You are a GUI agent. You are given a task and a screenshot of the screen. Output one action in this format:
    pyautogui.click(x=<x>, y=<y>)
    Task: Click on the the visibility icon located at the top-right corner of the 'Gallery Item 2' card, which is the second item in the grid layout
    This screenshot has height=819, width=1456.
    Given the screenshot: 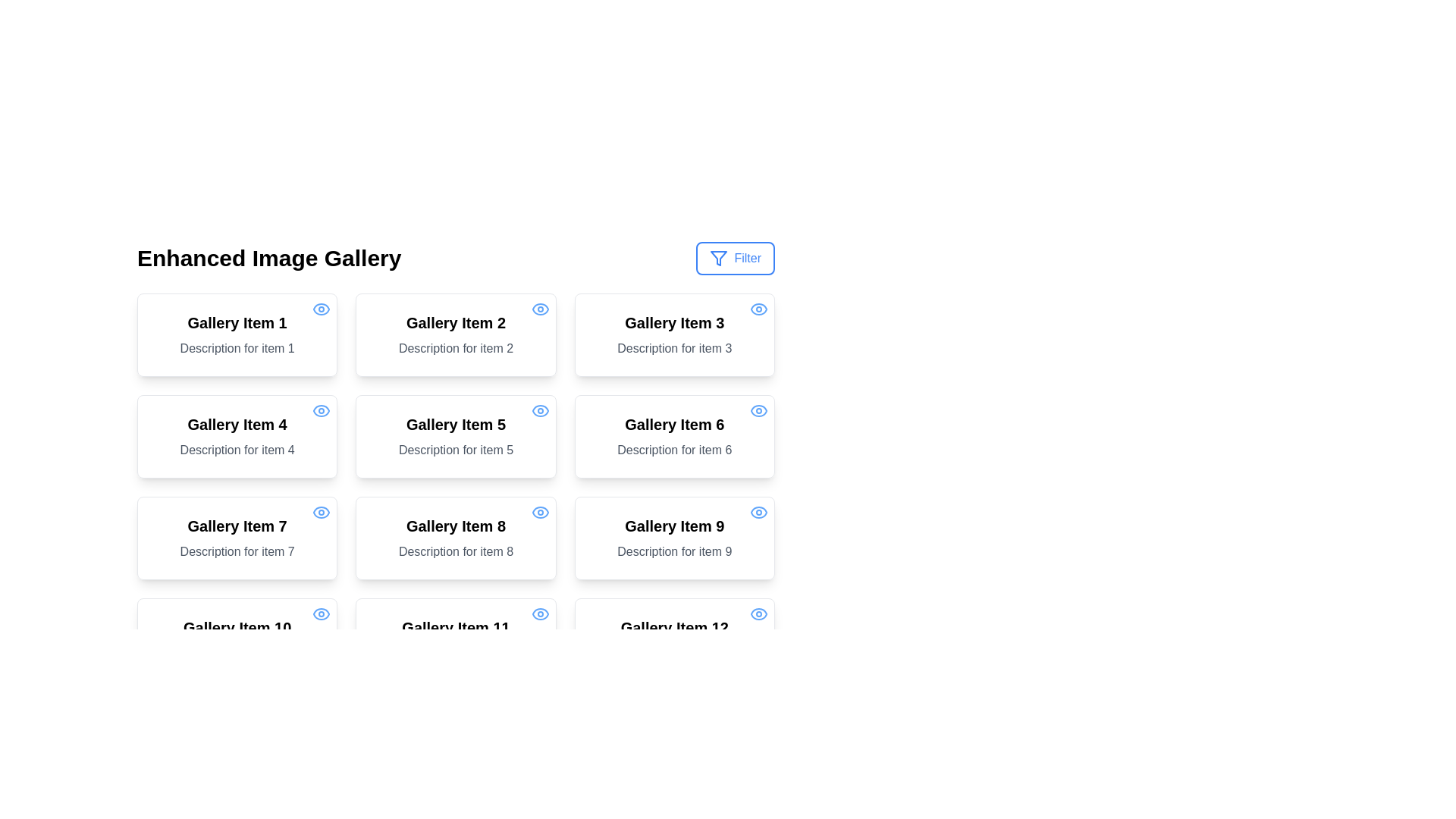 What is the action you would take?
    pyautogui.click(x=540, y=309)
    